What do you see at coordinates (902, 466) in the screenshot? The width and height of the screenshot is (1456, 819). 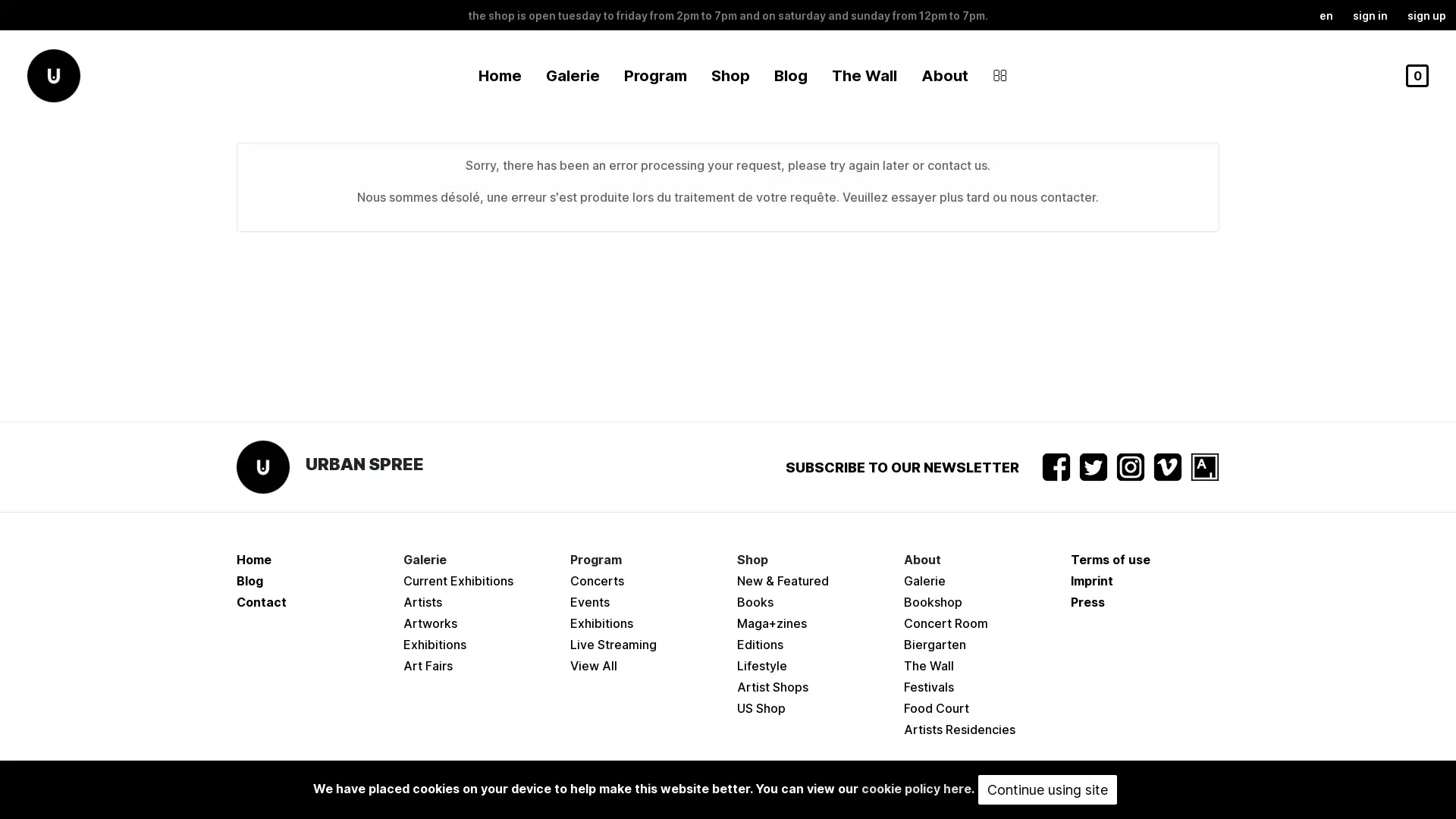 I see `SUBSCRIBE TO OUR NEWSLETTER` at bounding box center [902, 466].